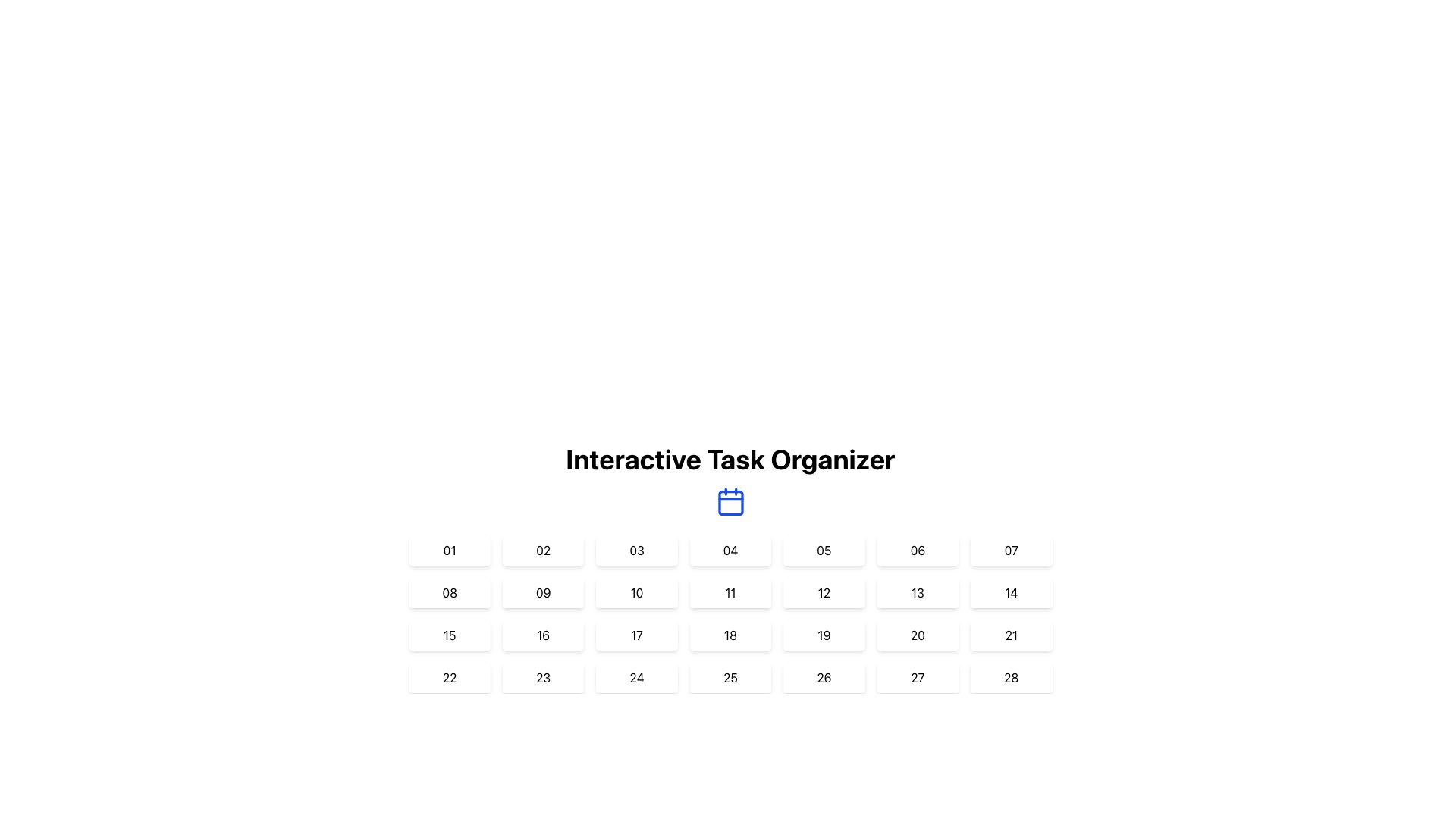 This screenshot has height=819, width=1456. What do you see at coordinates (823, 677) in the screenshot?
I see `the selectable date button located in the fifth row and fifth column of the grid layout` at bounding box center [823, 677].